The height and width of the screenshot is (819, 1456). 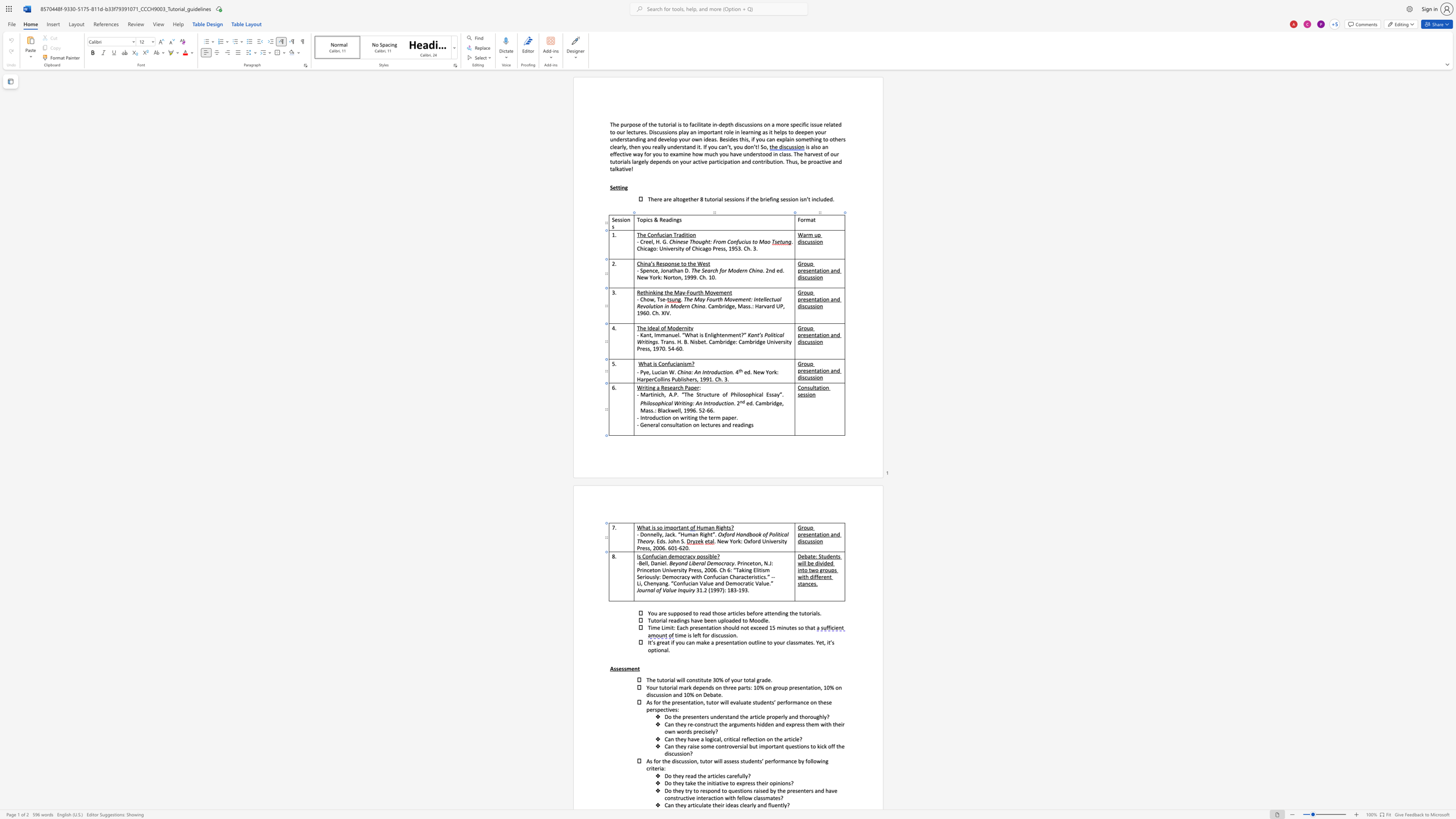 What do you see at coordinates (676, 540) in the screenshot?
I see `the space between the continuous character "h" and "n" in the text` at bounding box center [676, 540].